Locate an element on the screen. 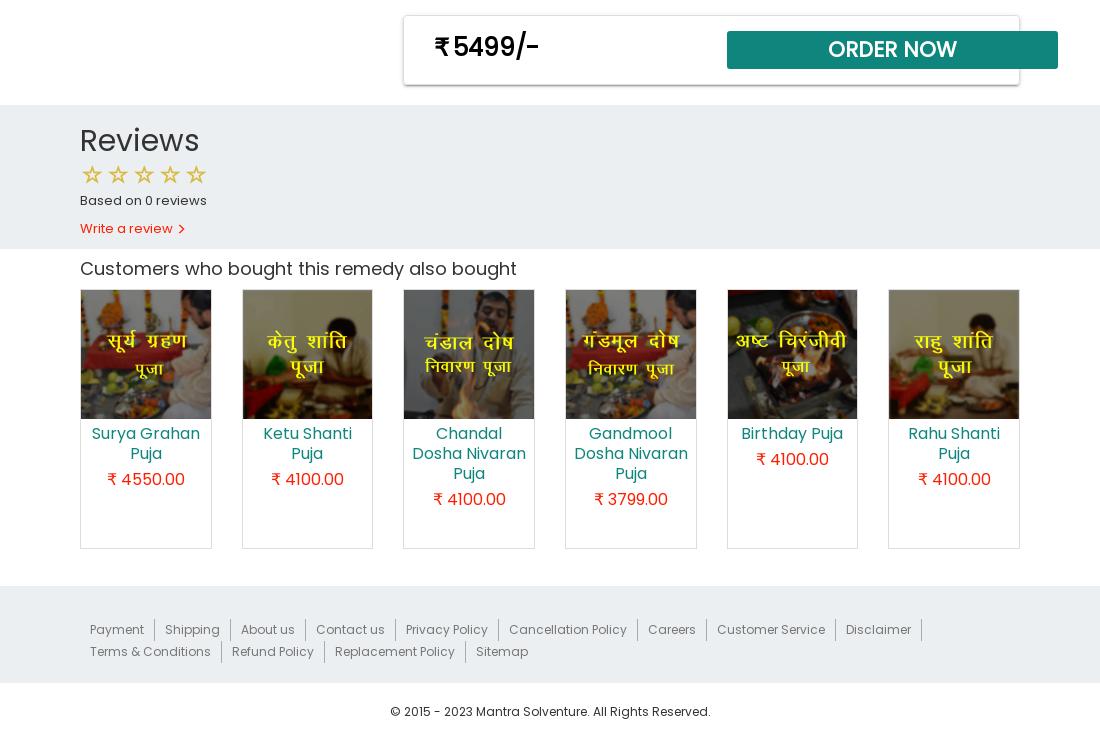 The image size is (1100, 740). 'Write a review' is located at coordinates (128, 228).